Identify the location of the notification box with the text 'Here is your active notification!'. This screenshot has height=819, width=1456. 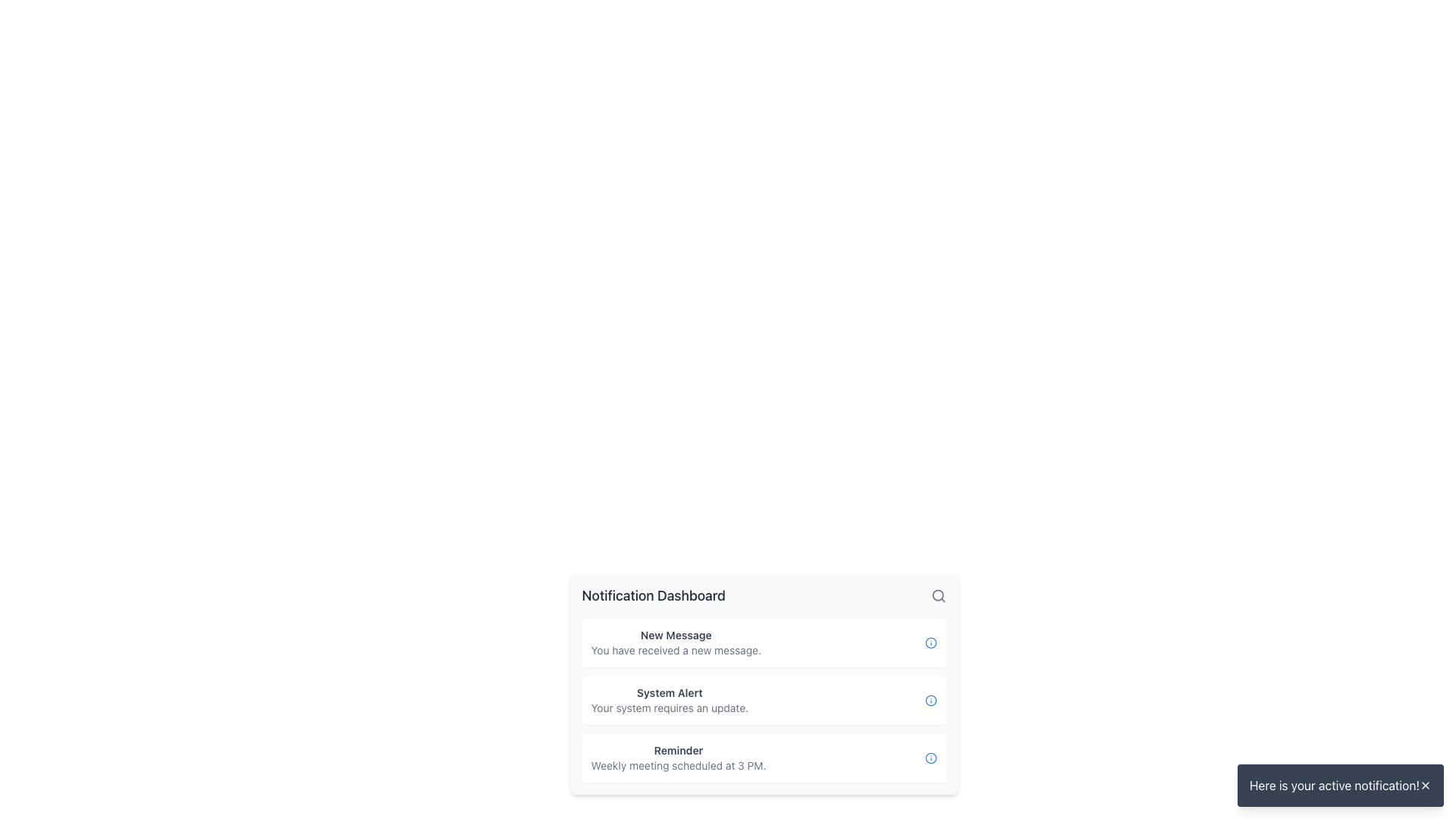
(1340, 785).